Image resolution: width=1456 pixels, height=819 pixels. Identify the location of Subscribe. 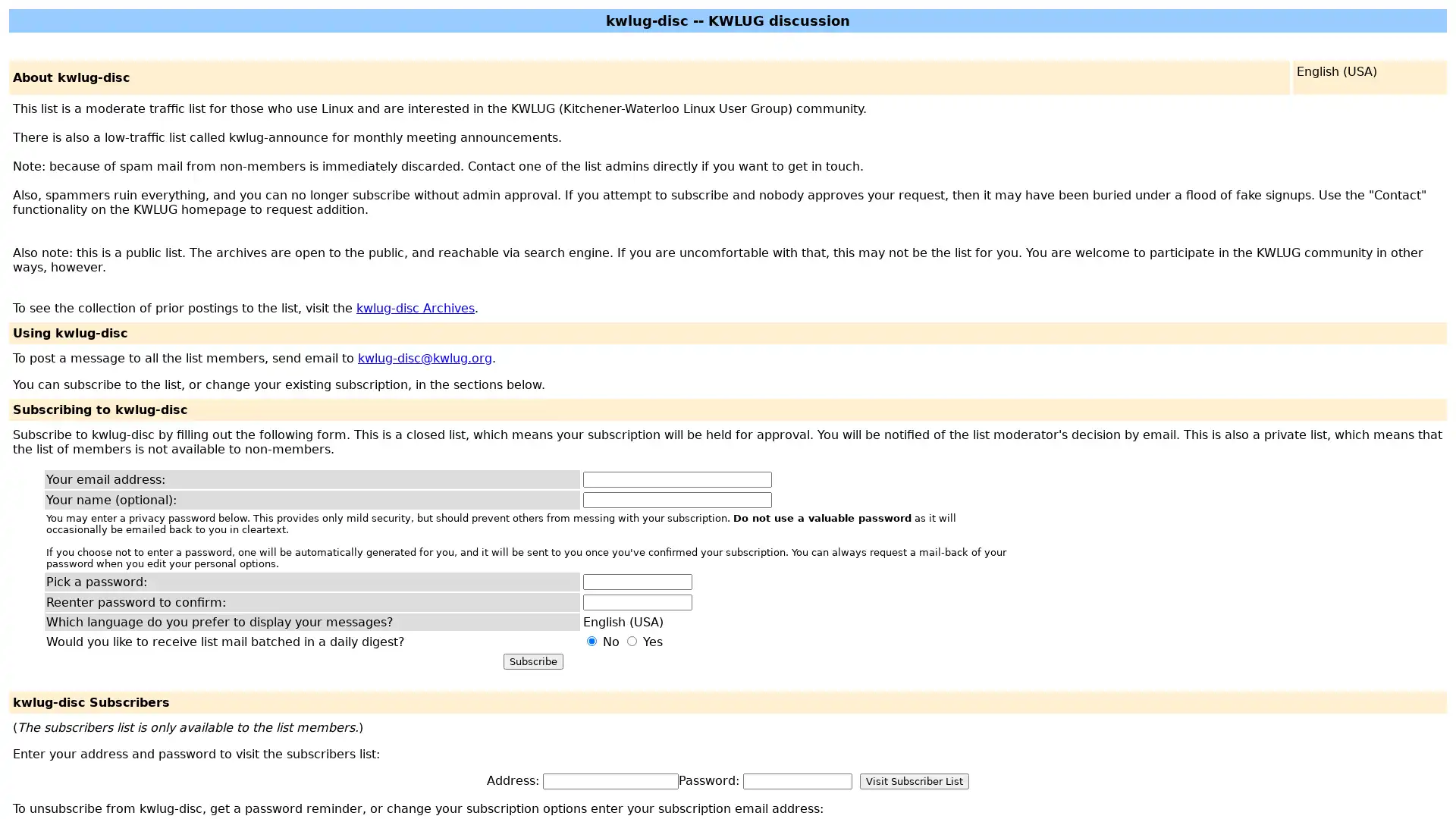
(532, 661).